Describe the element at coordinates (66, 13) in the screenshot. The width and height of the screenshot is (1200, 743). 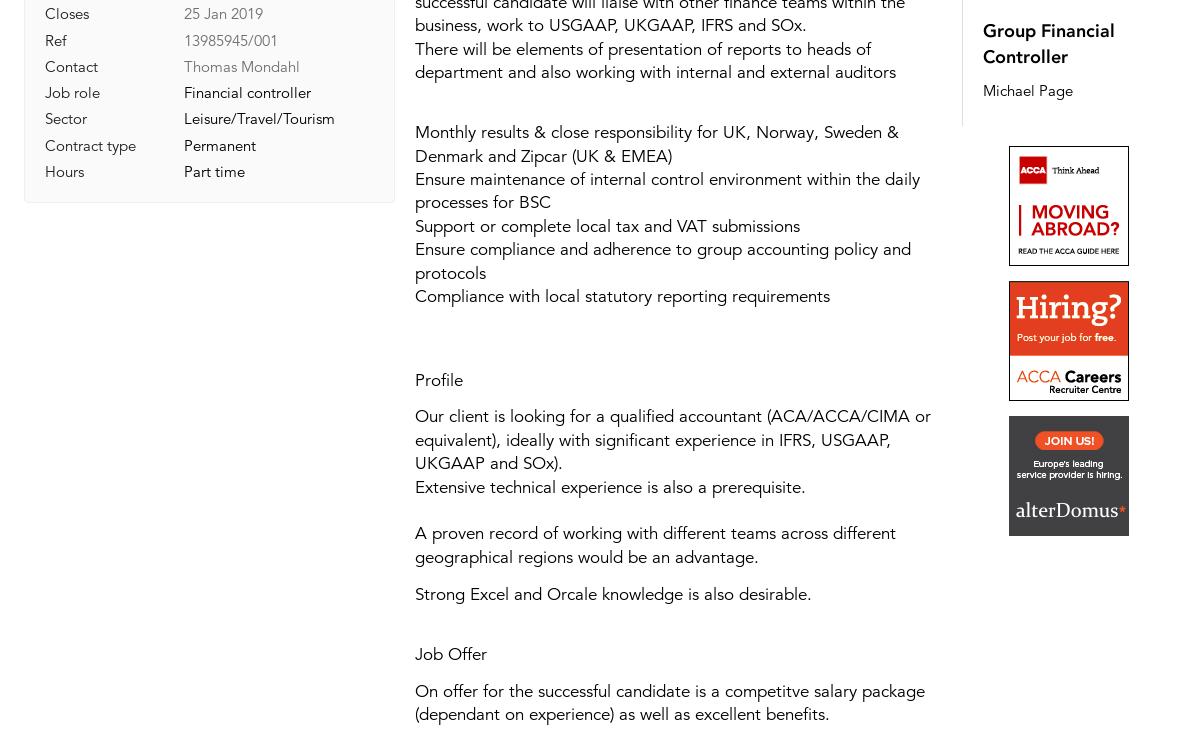
I see `'Closes'` at that location.